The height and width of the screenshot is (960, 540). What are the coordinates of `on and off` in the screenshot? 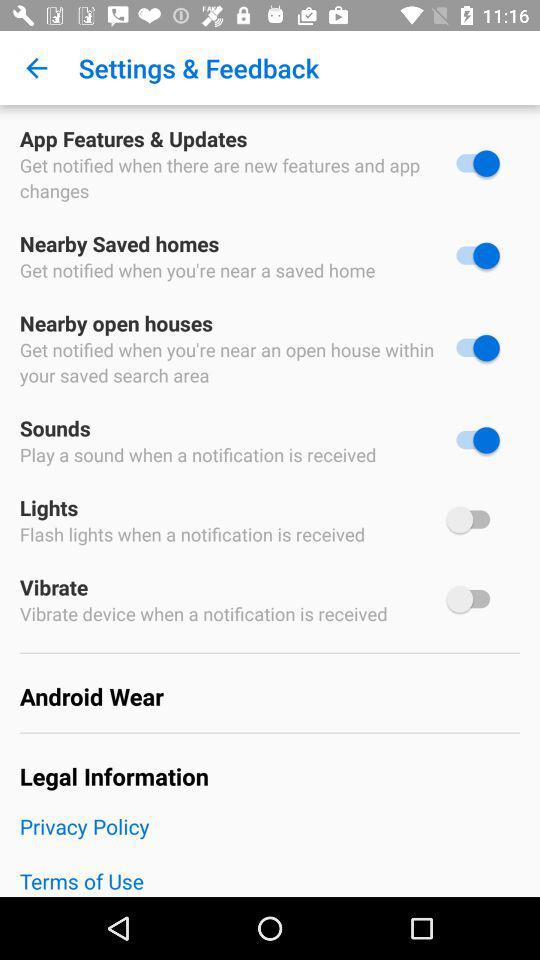 It's located at (472, 348).